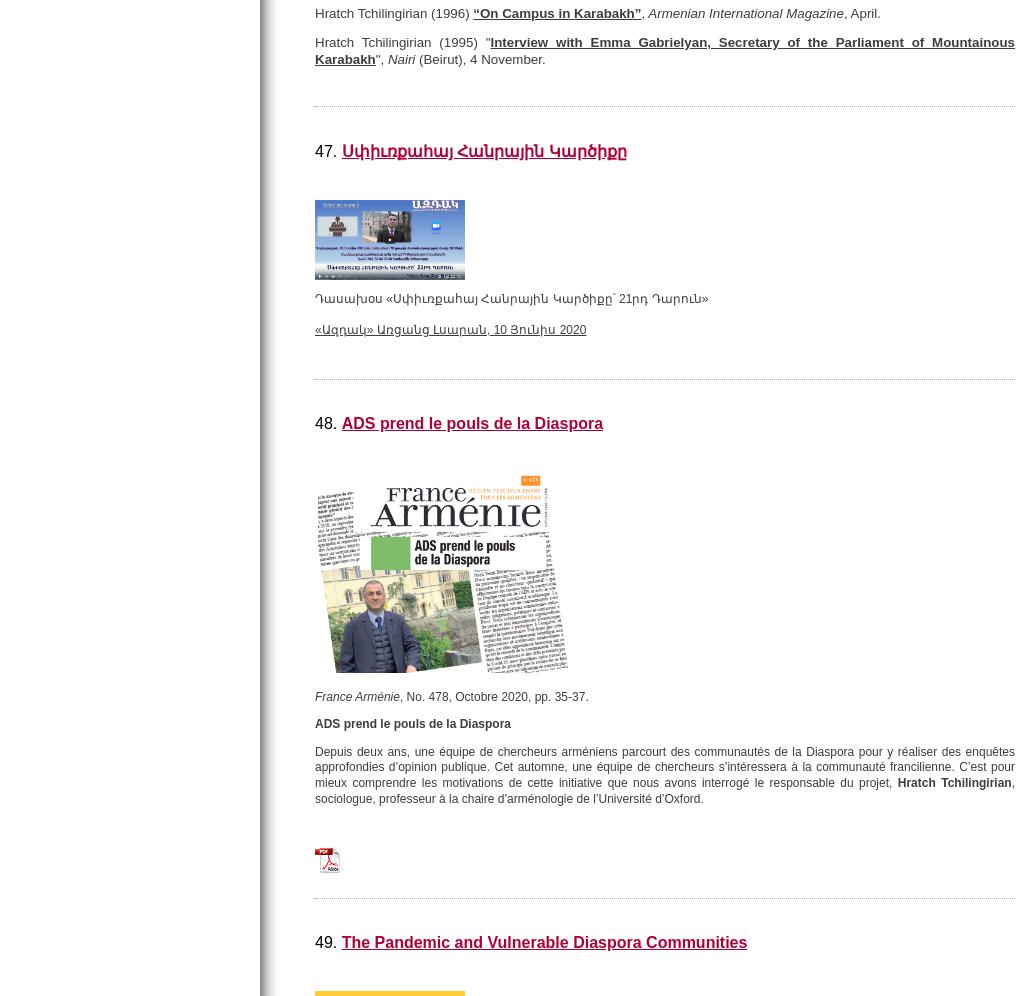  Describe the element at coordinates (393, 12) in the screenshot. I see `'Hratch Tchilingirian (1996)'` at that location.